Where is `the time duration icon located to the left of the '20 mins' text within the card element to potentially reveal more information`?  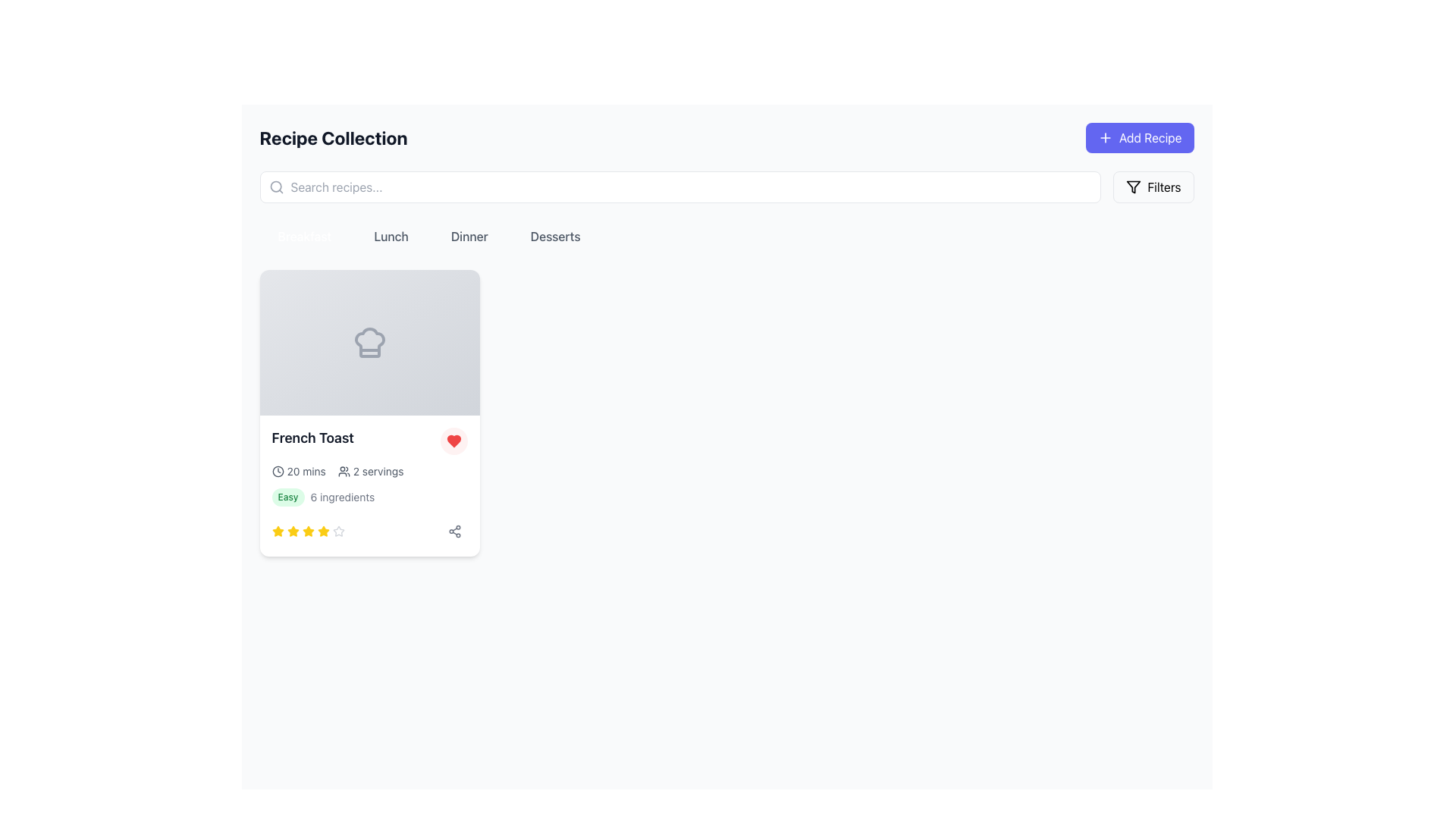
the time duration icon located to the left of the '20 mins' text within the card element to potentially reveal more information is located at coordinates (278, 470).